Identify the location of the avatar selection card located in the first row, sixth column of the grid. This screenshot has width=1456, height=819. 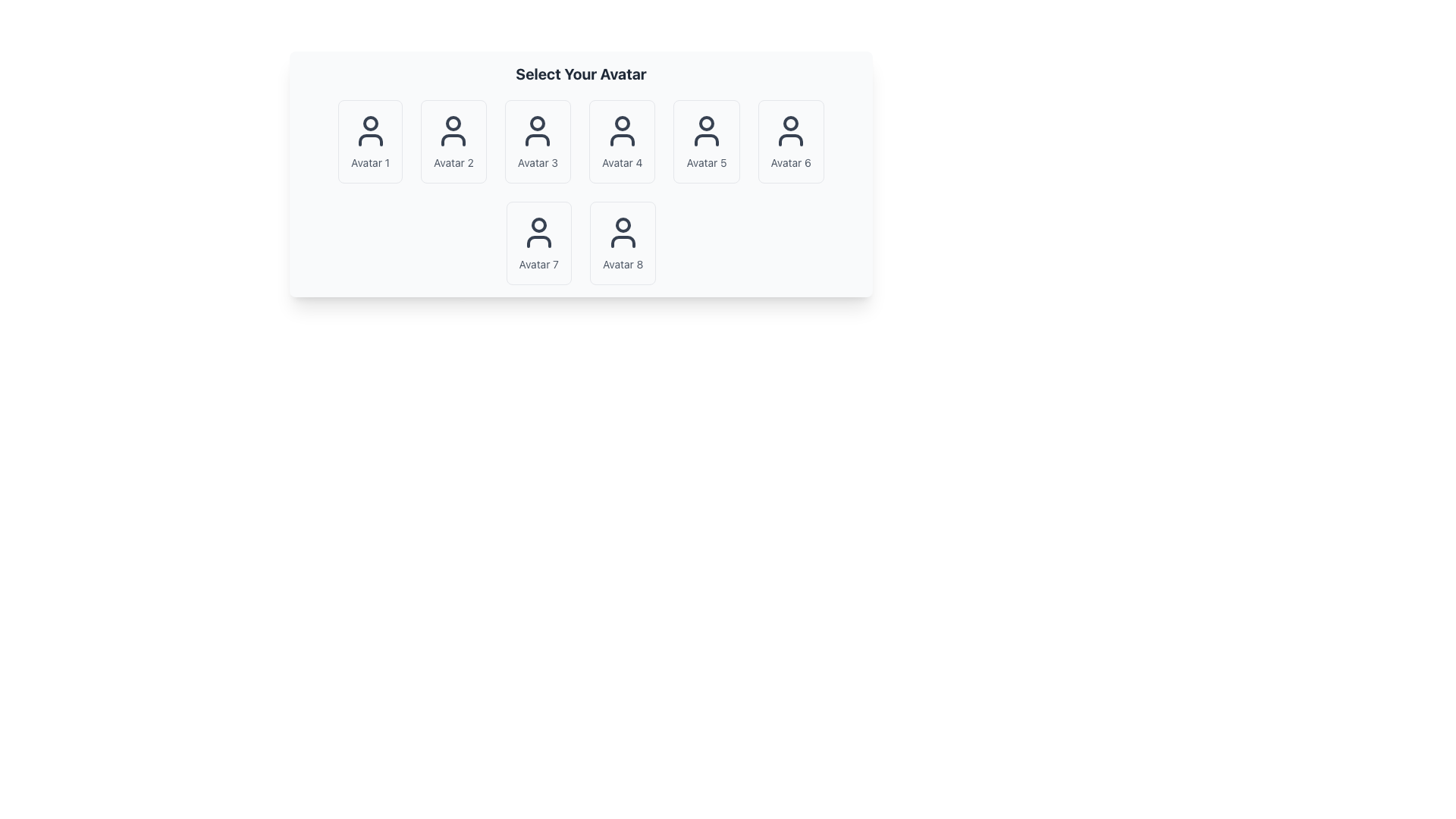
(790, 141).